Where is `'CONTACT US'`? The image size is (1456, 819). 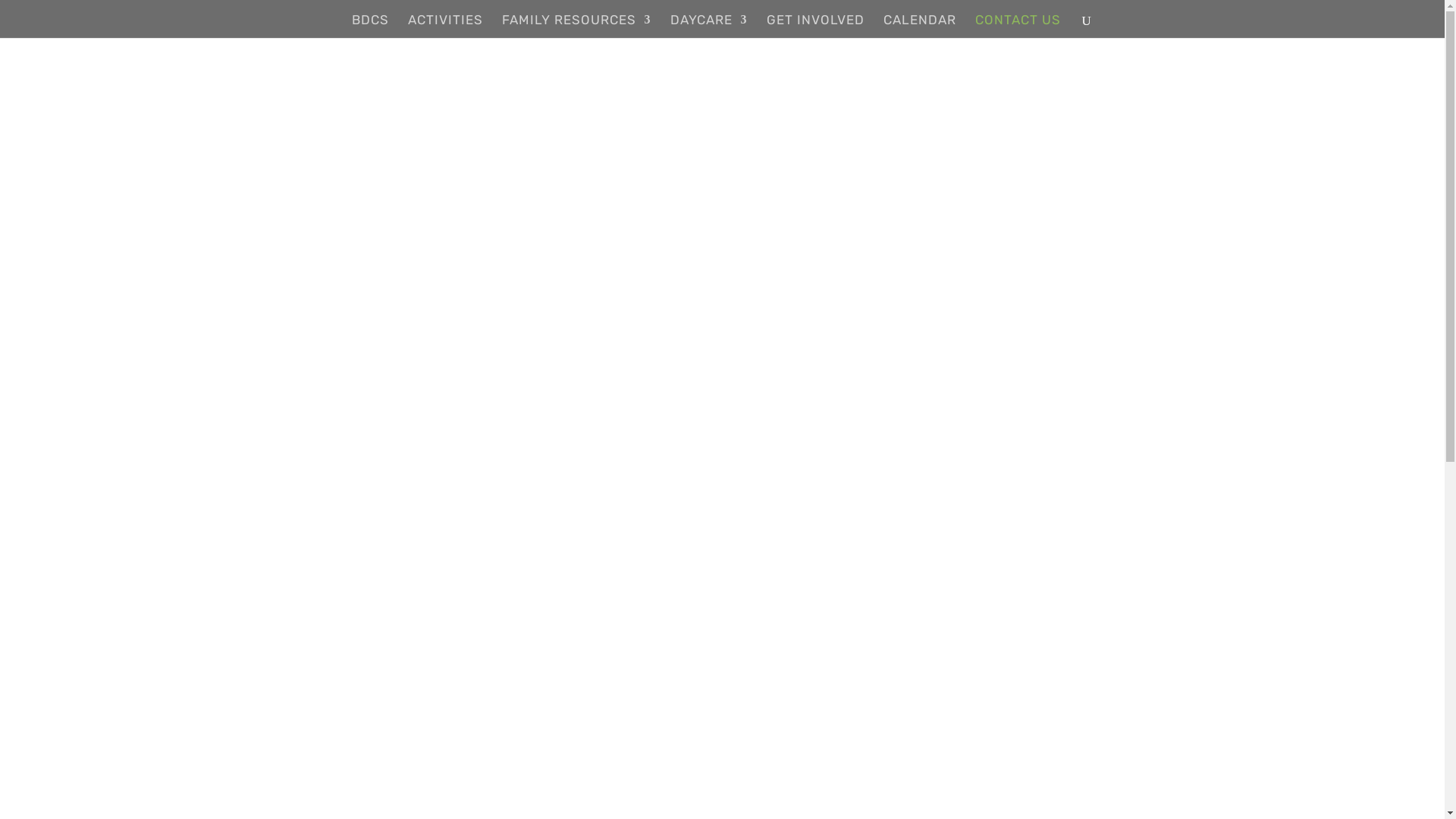 'CONTACT US' is located at coordinates (975, 26).